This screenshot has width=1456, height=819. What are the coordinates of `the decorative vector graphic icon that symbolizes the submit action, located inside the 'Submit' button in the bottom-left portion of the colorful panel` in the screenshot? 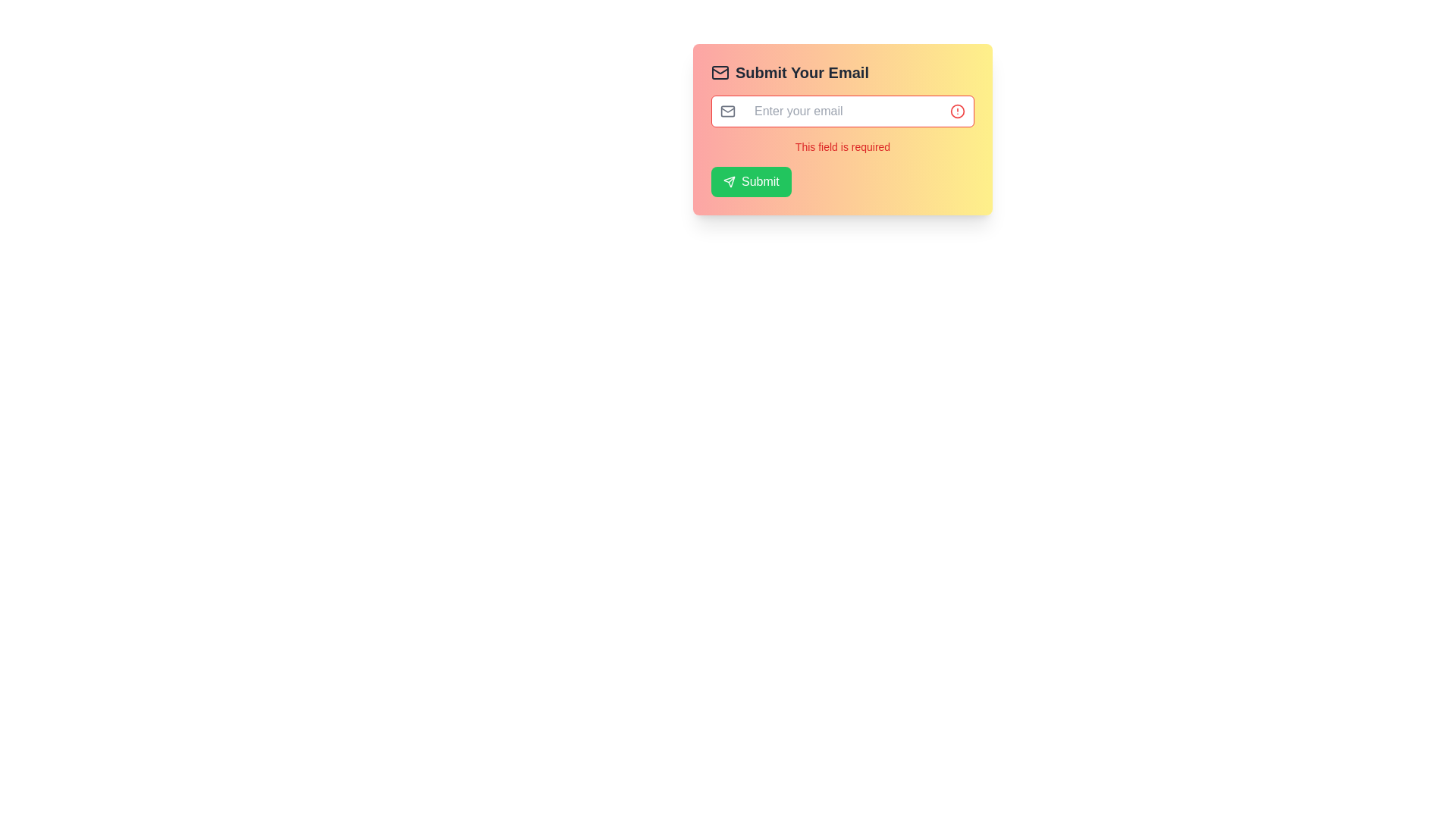 It's located at (729, 180).